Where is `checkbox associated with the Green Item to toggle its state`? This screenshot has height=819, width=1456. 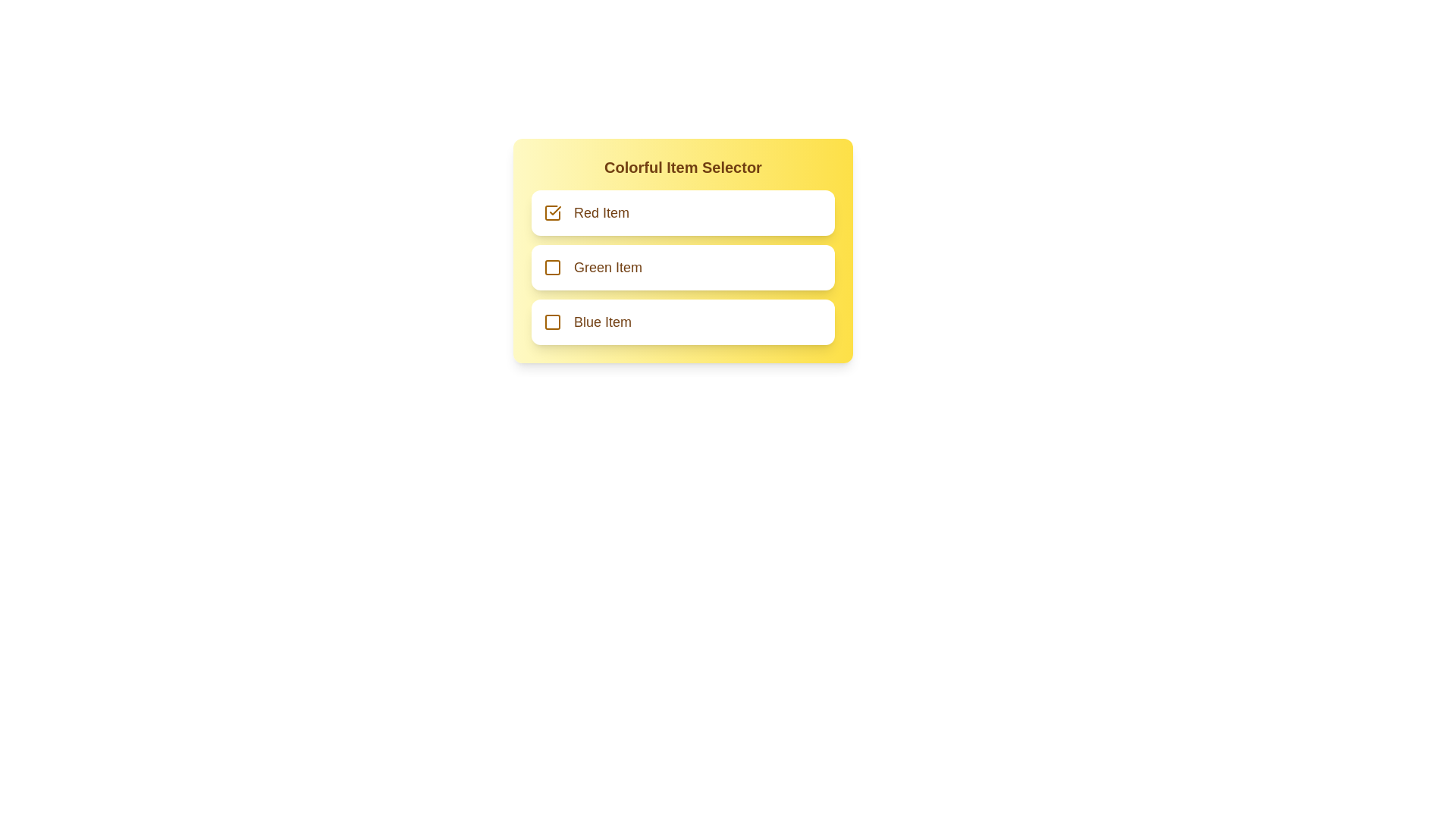 checkbox associated with the Green Item to toggle its state is located at coordinates (552, 267).